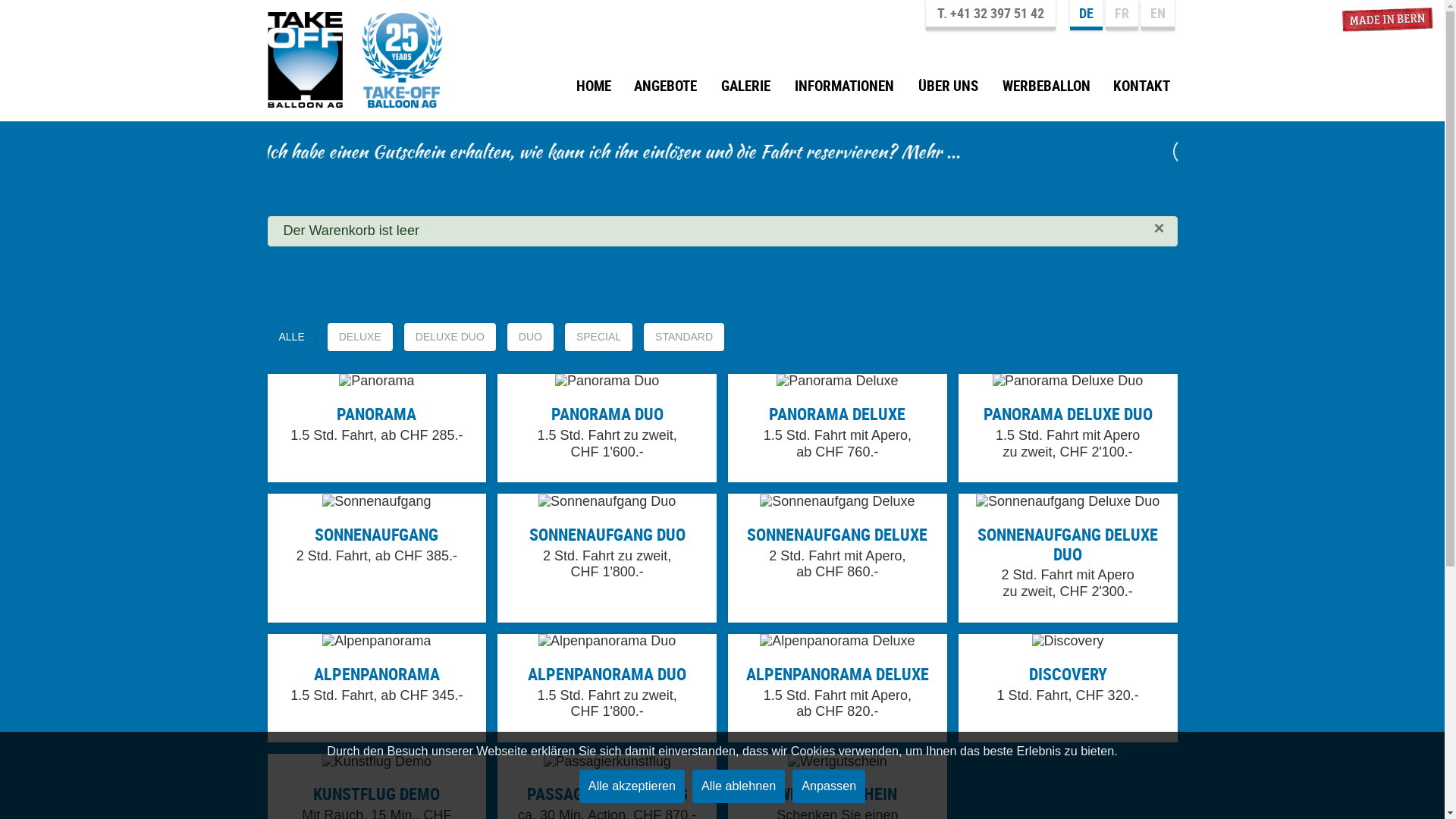 The width and height of the screenshot is (1456, 819). Describe the element at coordinates (376, 533) in the screenshot. I see `'SONNENAUFGANG'` at that location.